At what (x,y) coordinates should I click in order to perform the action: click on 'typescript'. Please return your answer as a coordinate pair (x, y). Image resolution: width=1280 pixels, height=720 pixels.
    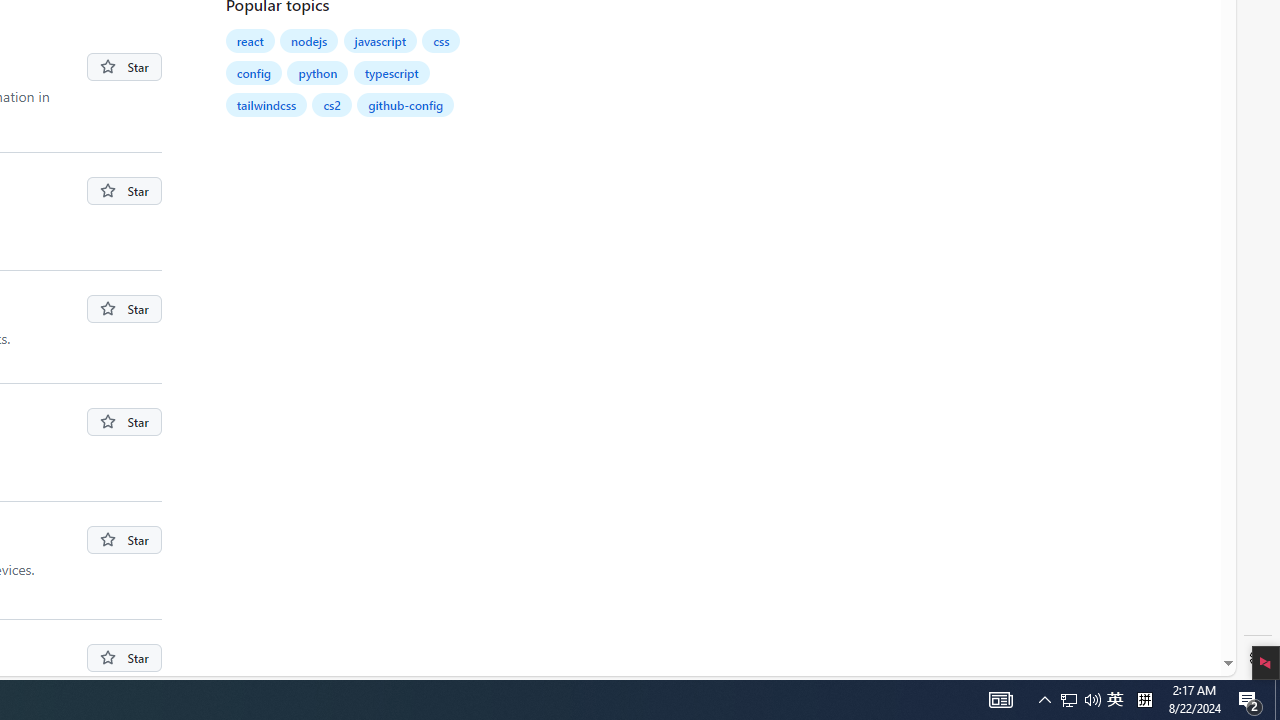
    Looking at the image, I should click on (391, 72).